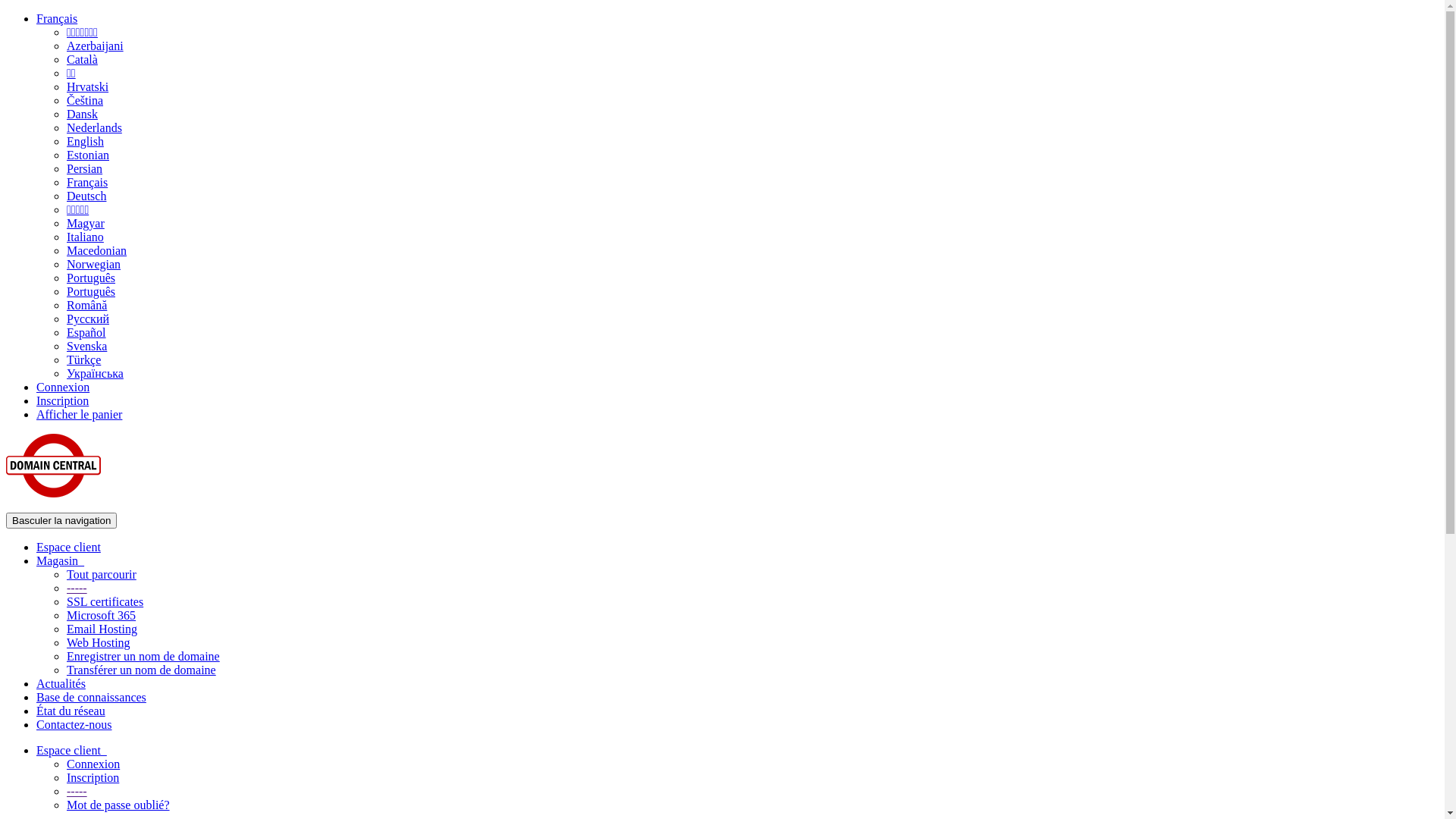 The width and height of the screenshot is (1456, 819). What do you see at coordinates (83, 168) in the screenshot?
I see `'Persian'` at bounding box center [83, 168].